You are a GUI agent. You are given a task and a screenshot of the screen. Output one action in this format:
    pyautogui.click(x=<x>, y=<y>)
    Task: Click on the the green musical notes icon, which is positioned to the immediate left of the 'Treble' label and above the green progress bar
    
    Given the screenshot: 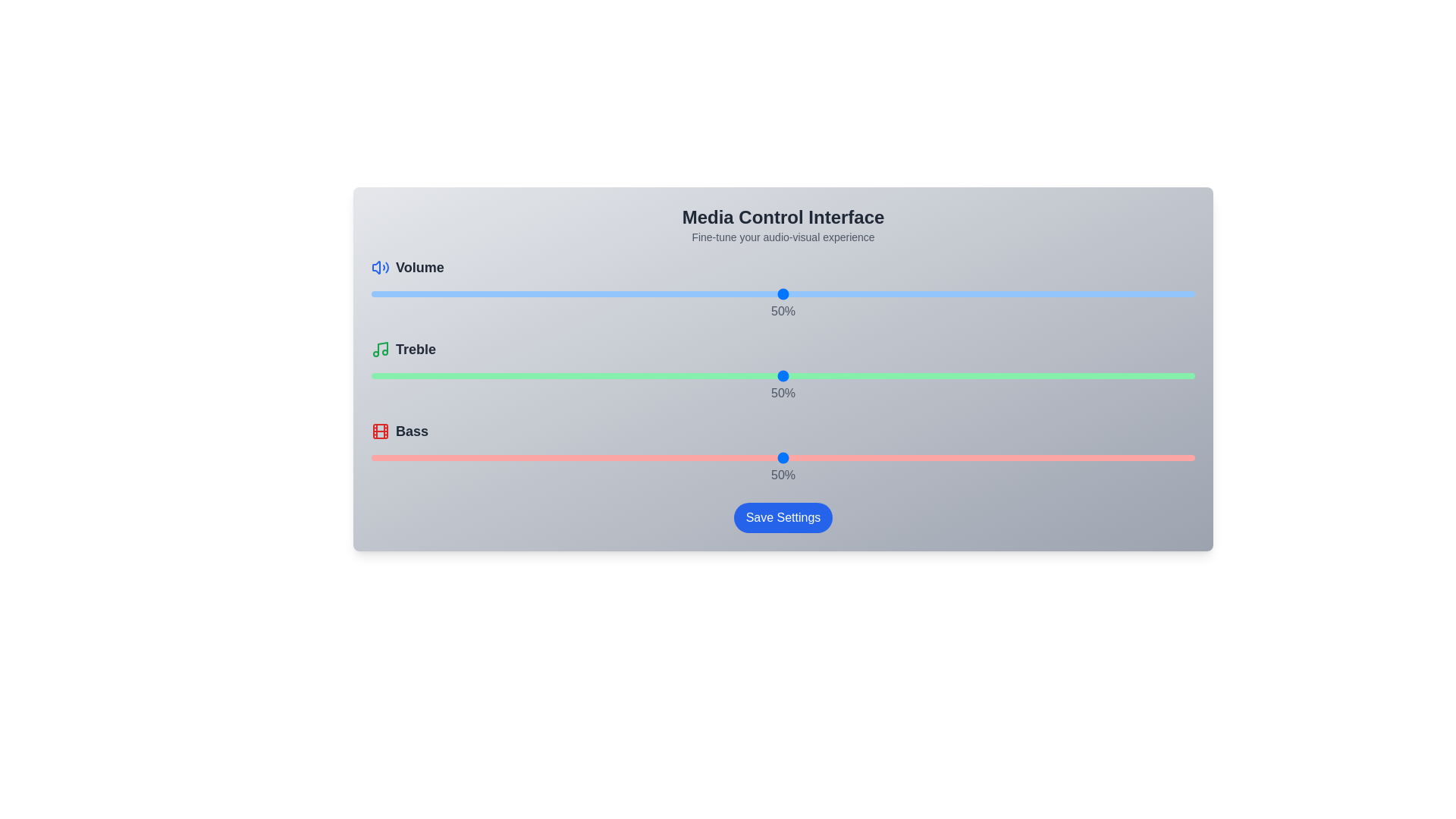 What is the action you would take?
    pyautogui.click(x=381, y=350)
    